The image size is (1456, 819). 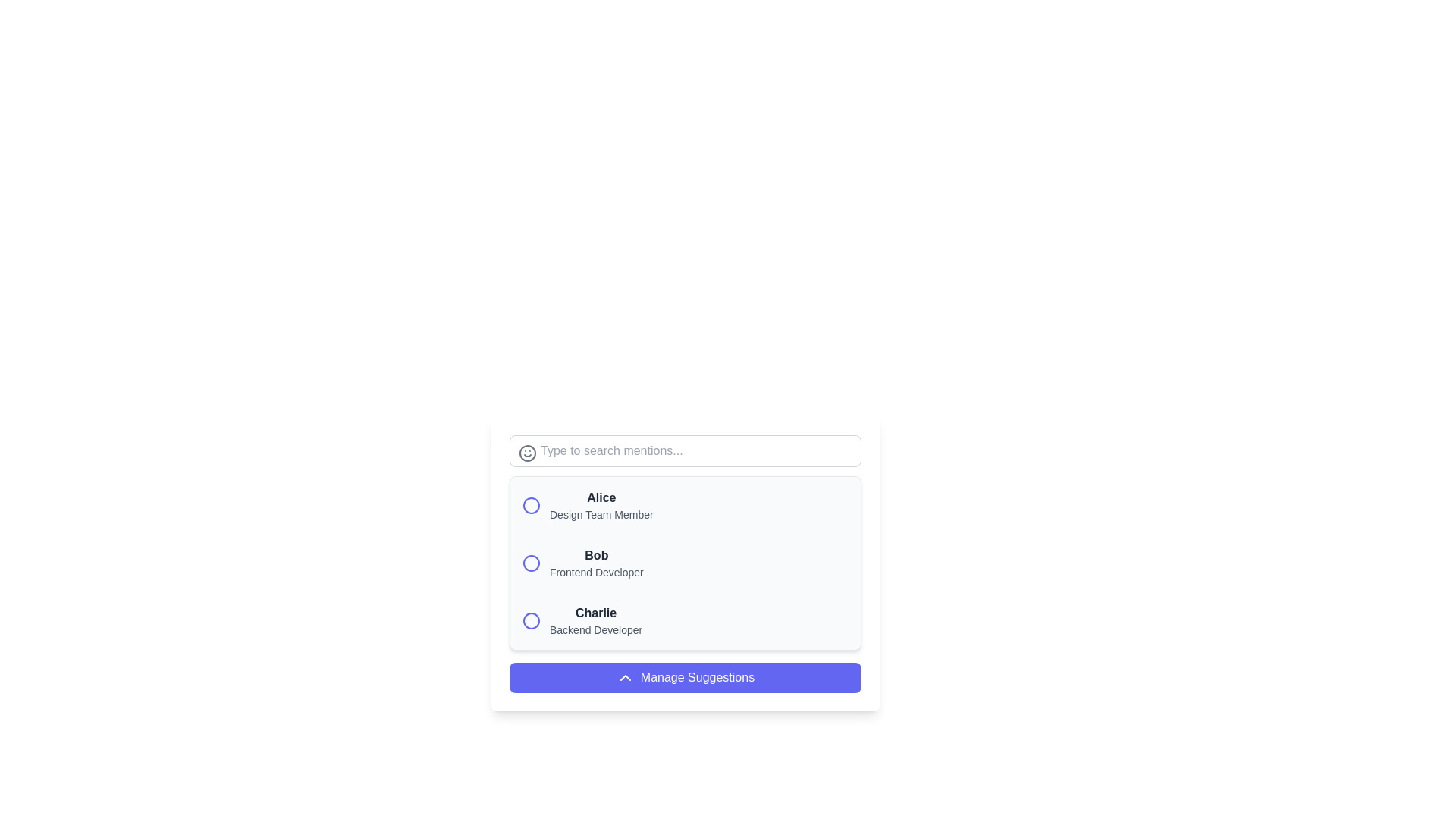 I want to click on the list item named 'Bob', which is the second item in a vertical list, so click(x=684, y=563).